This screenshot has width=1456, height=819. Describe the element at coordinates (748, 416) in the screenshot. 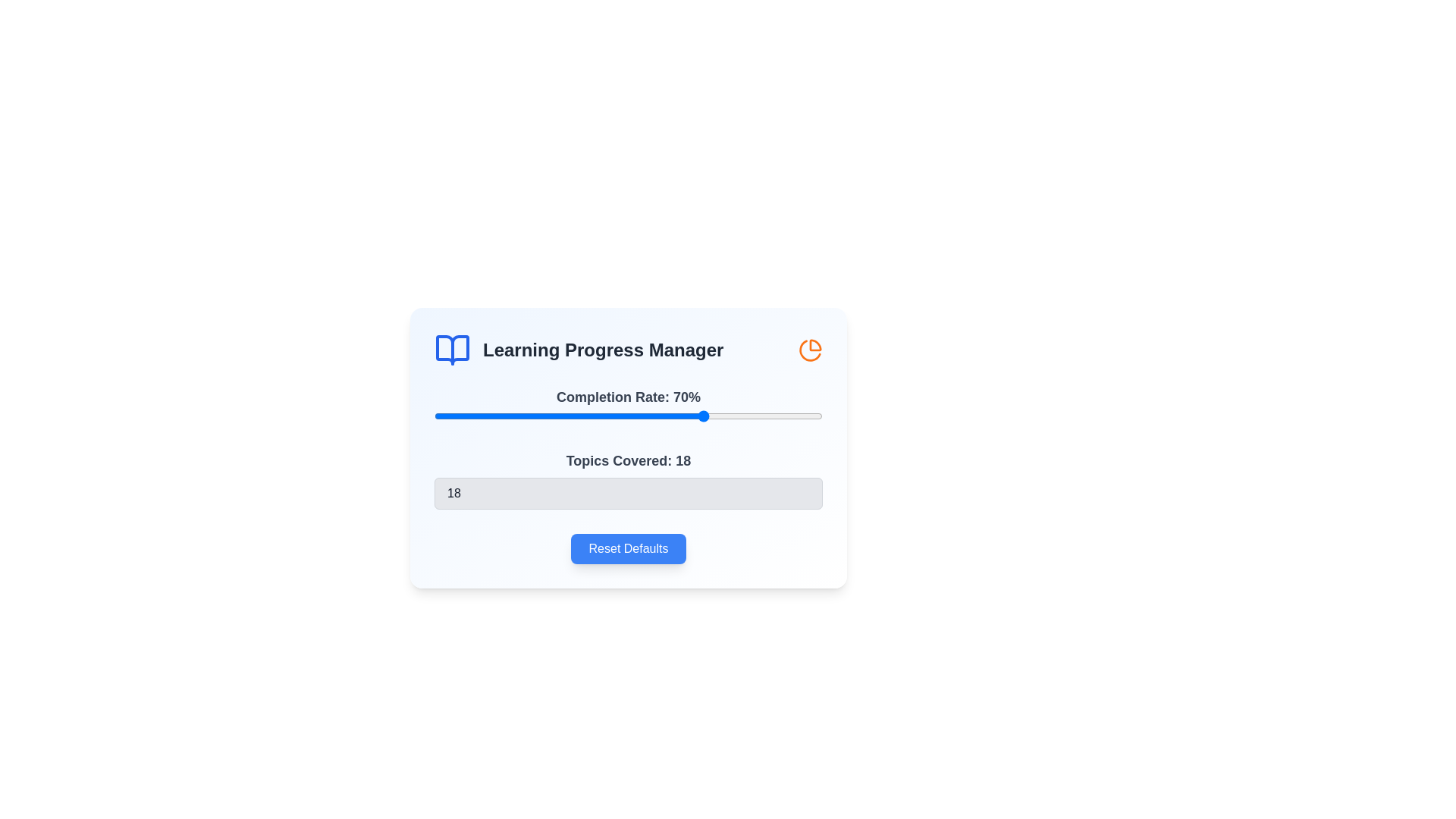

I see `the completion rate slider to 81%` at that location.